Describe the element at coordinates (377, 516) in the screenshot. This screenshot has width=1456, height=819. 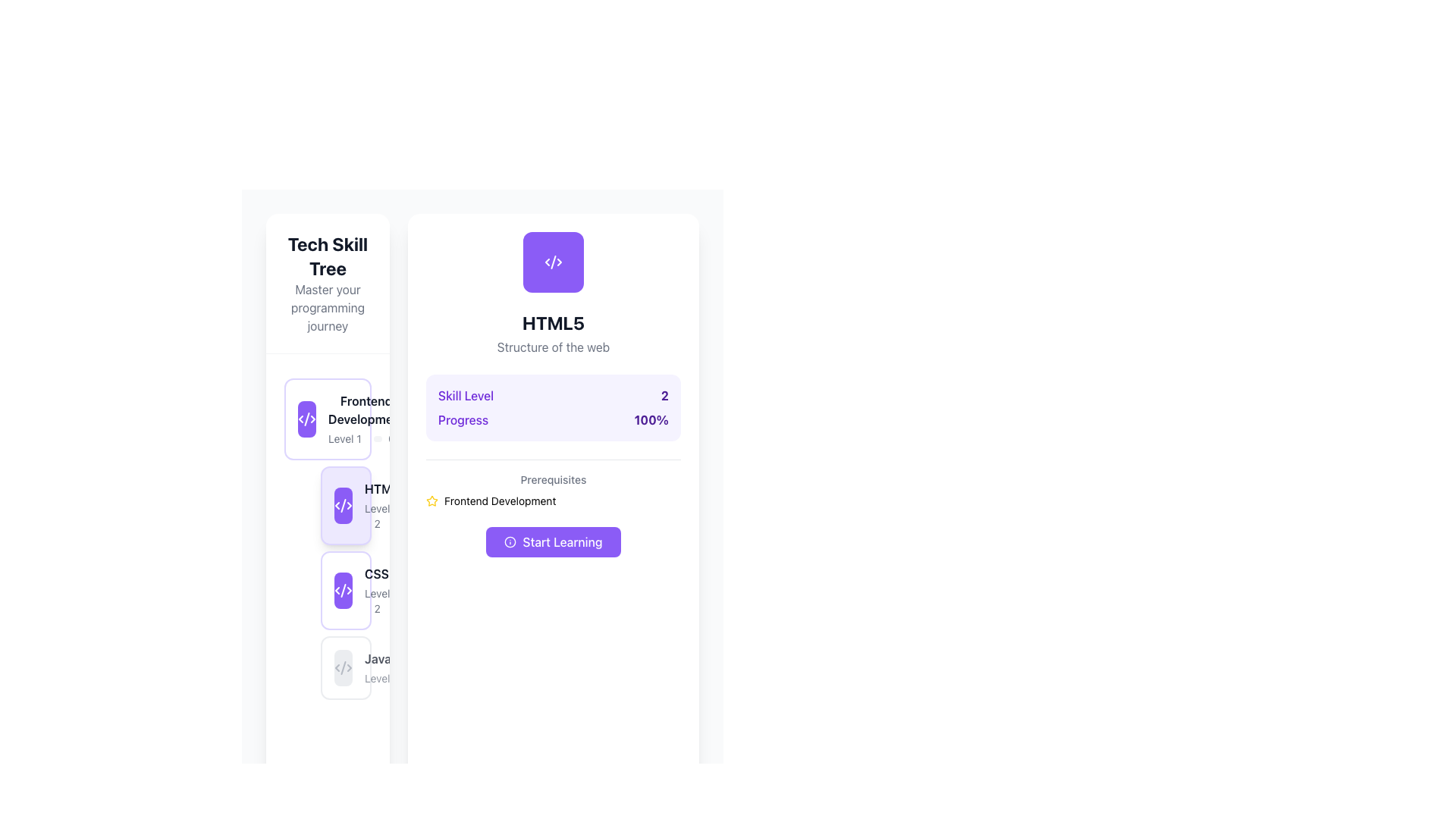
I see `the 'Level 2' text label, which is styled in a small muted gray font and is part of a skill levels group, positioned at the top-left corner before the progress bar` at that location.